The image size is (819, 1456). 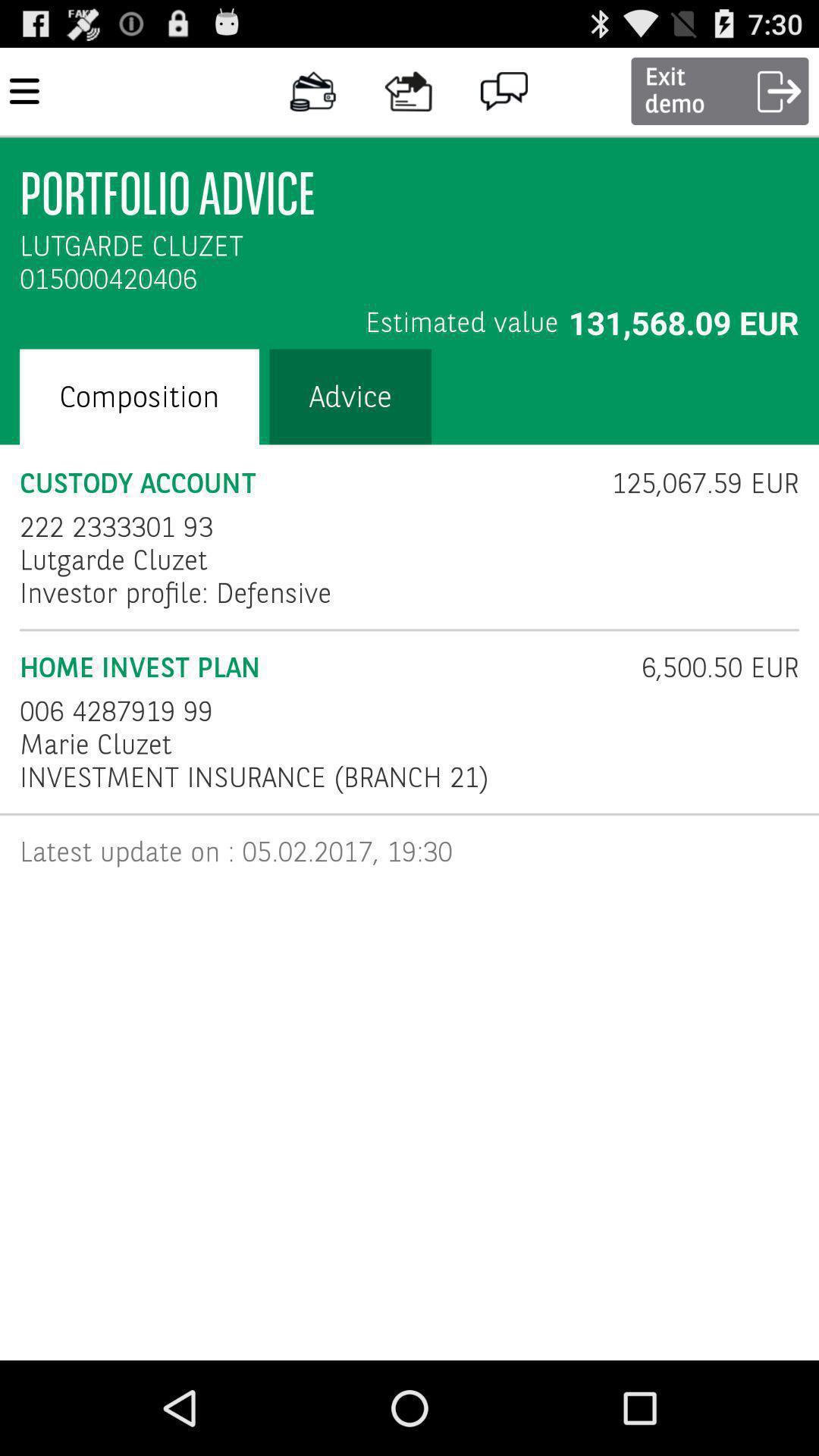 I want to click on icon below home invest plan item, so click(x=115, y=711).